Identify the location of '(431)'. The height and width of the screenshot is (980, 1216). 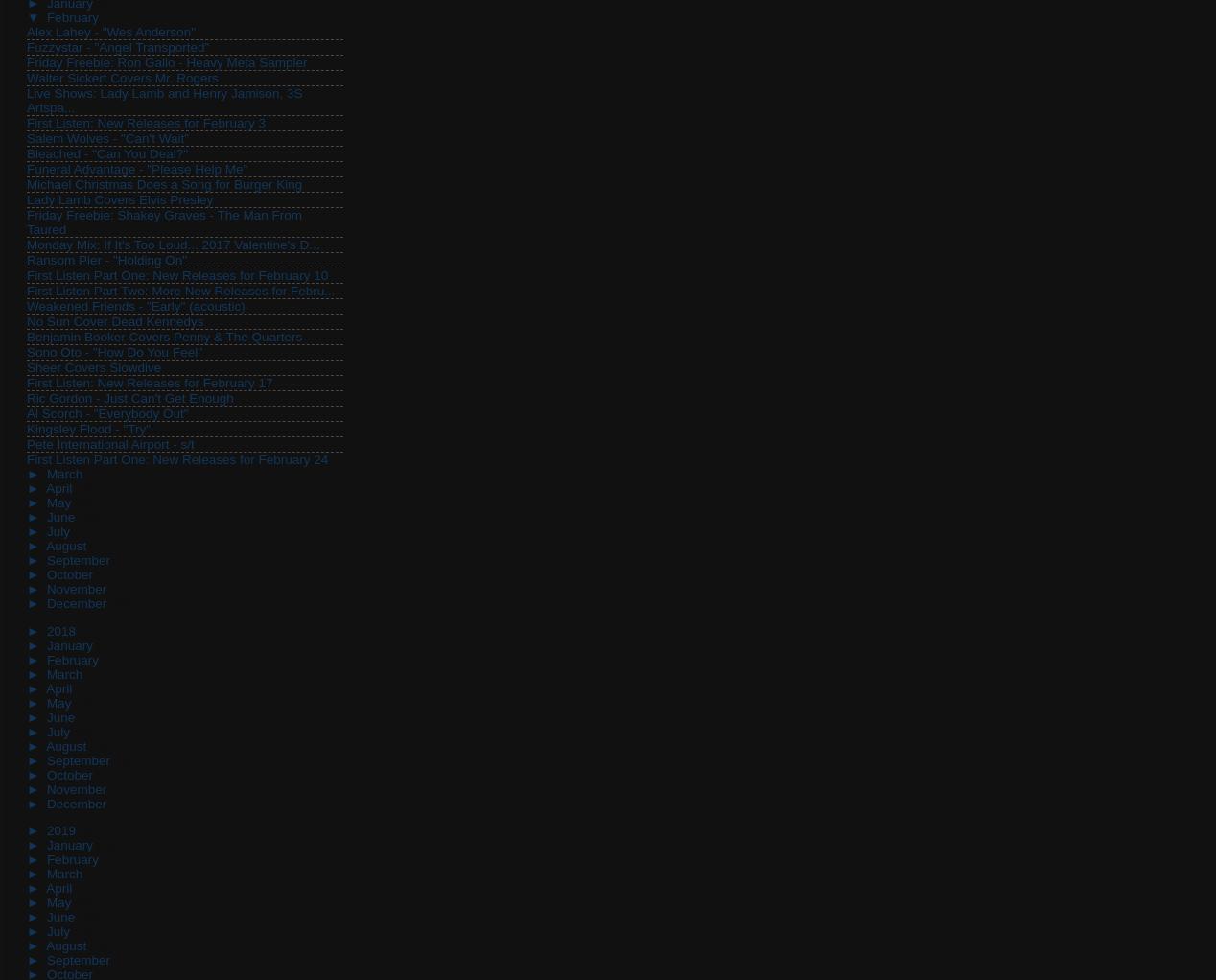
(79, 630).